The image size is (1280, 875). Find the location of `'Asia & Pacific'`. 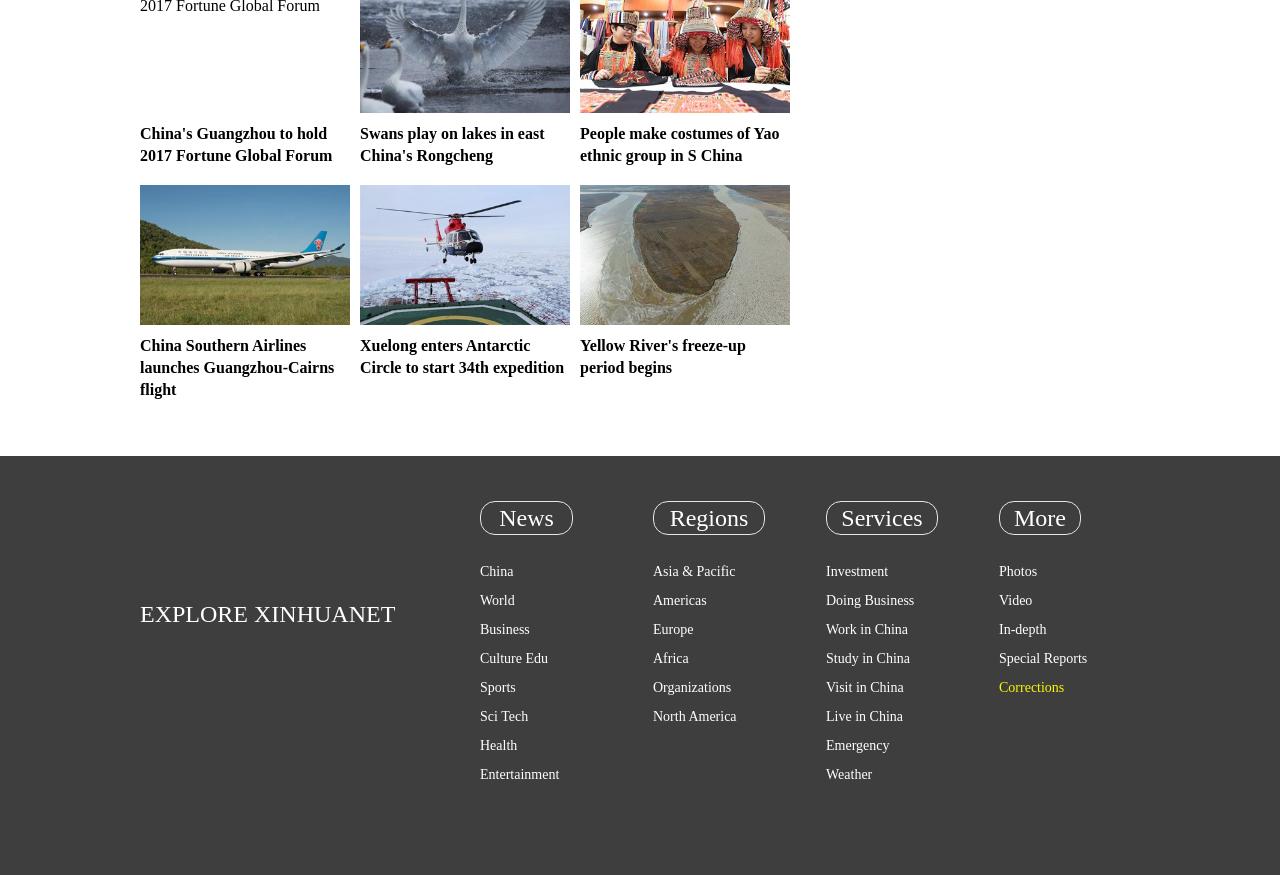

'Asia & Pacific' is located at coordinates (653, 571).